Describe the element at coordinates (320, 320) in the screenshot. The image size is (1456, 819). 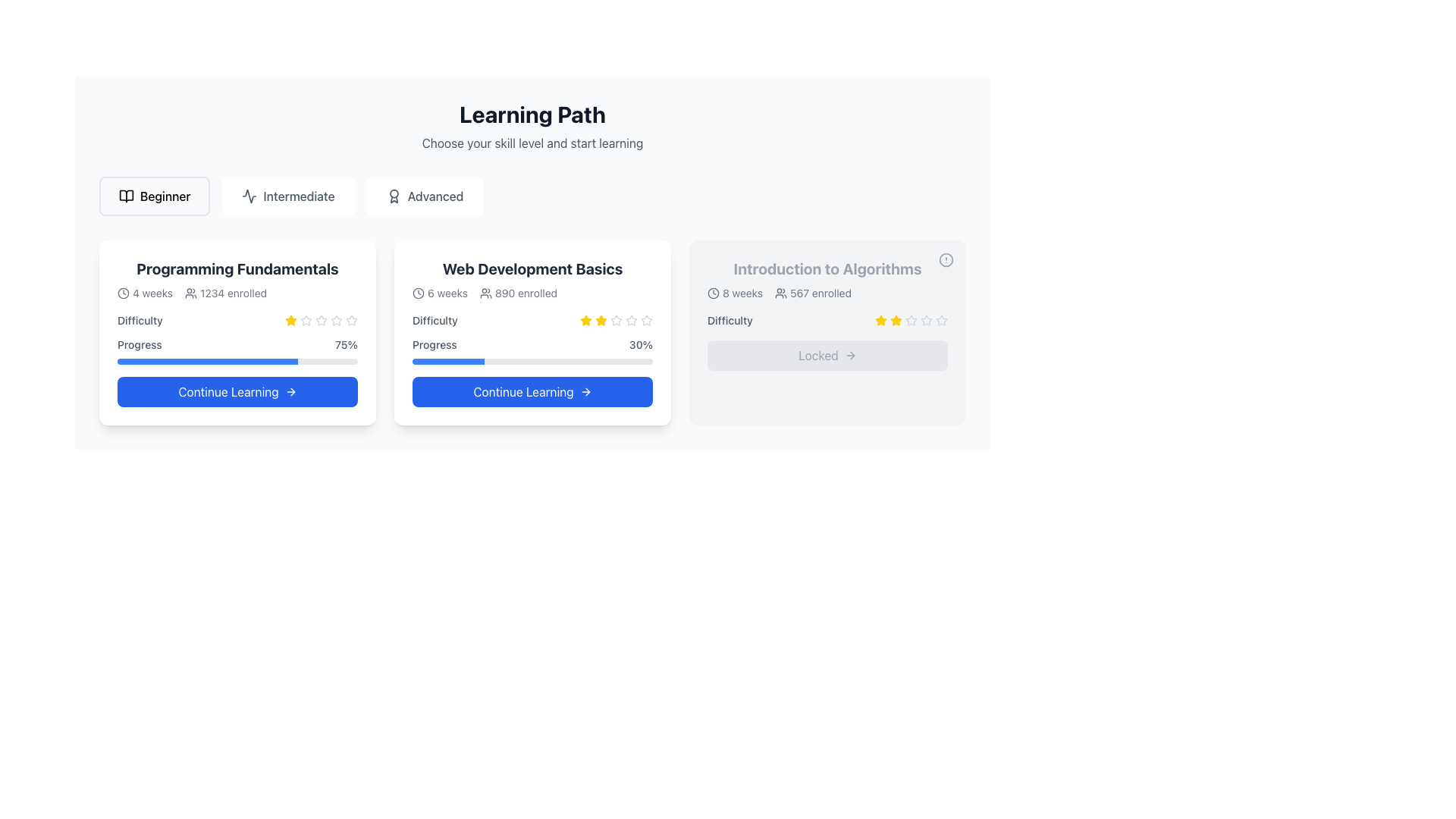
I see `the fourth star icon in the rating system below the 'Difficulty' label` at that location.